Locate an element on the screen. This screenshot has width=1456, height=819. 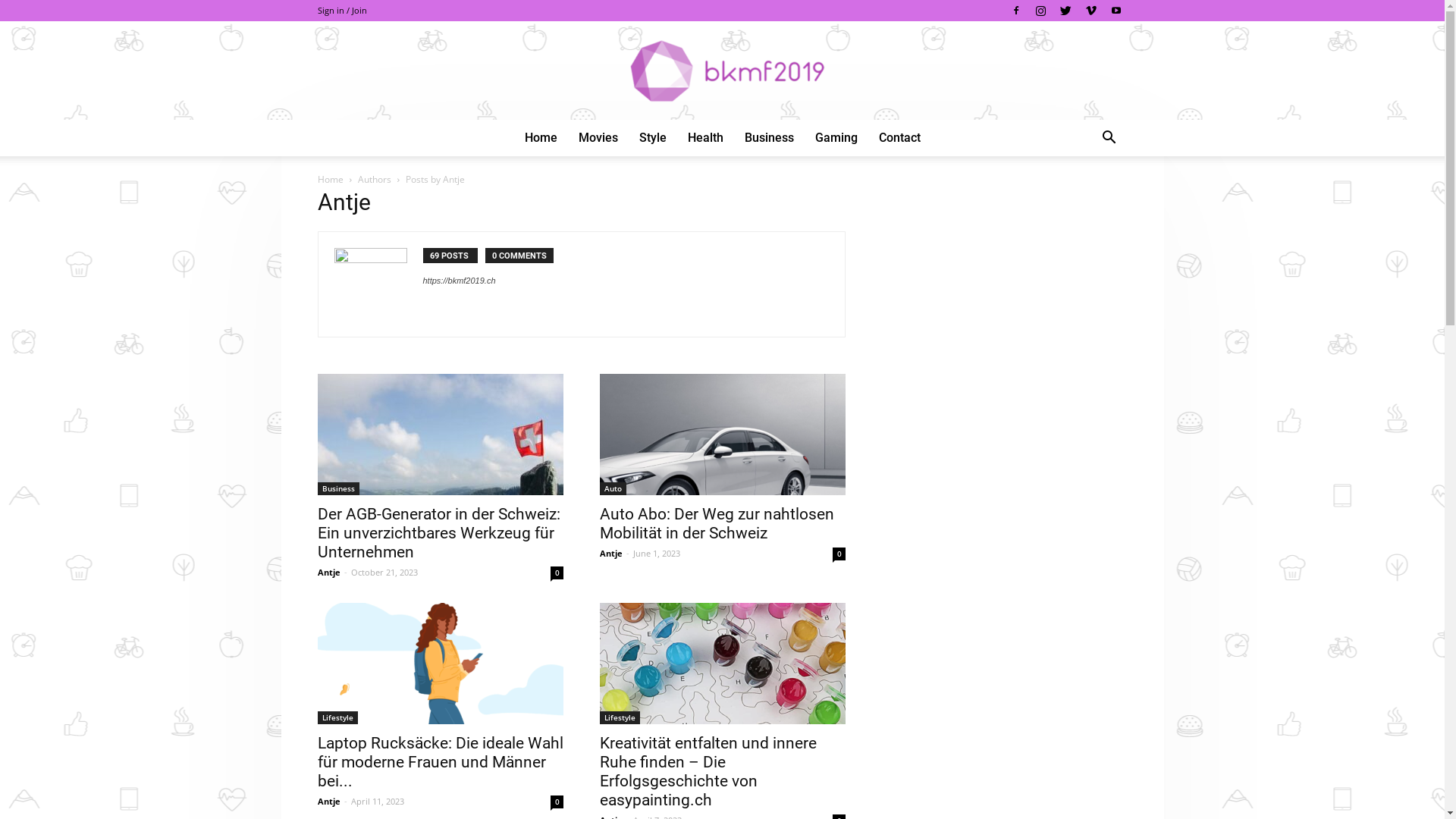
'0' is located at coordinates (549, 573).